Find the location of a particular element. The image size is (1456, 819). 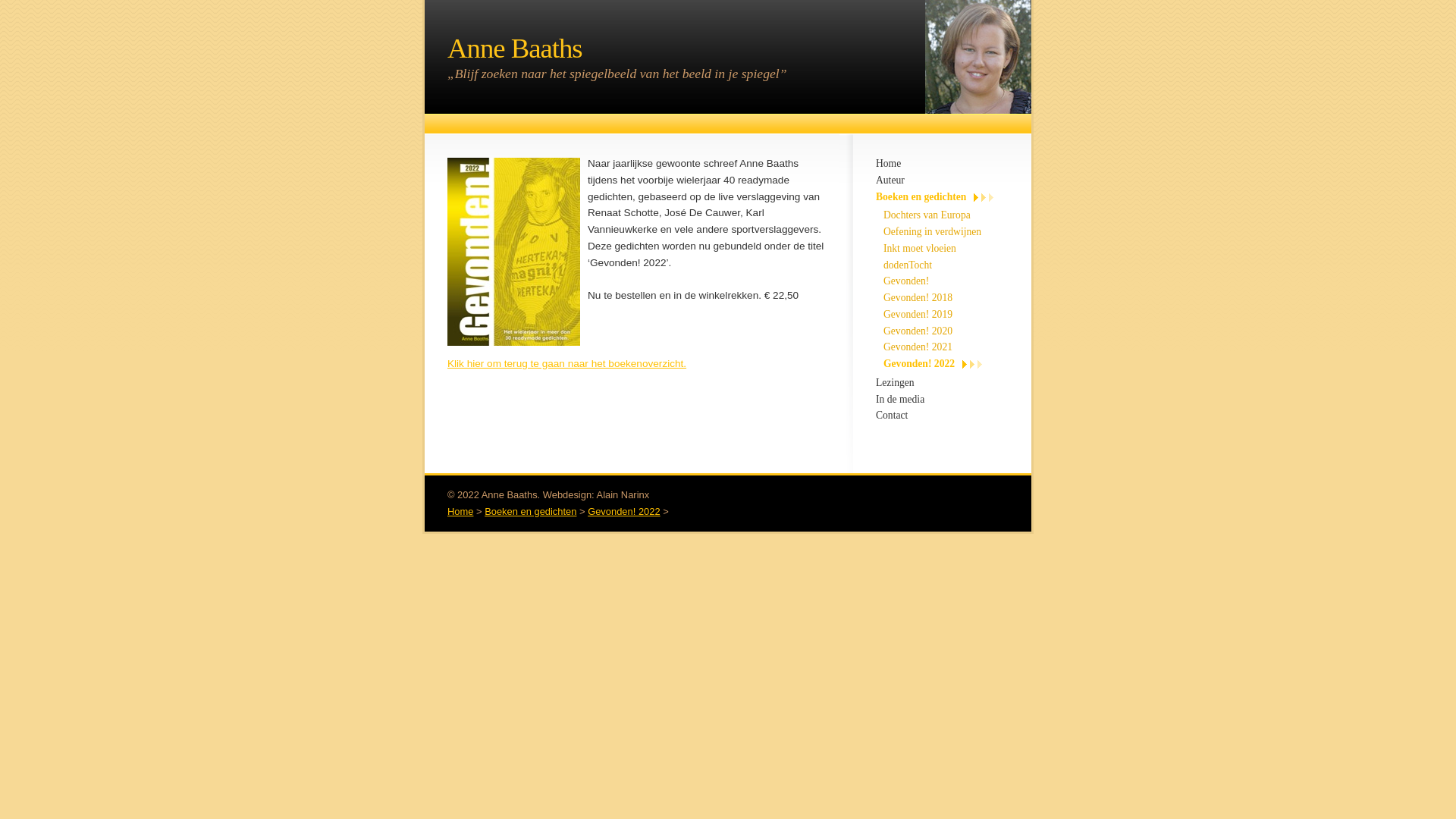

'Lezingen' is located at coordinates (895, 381).